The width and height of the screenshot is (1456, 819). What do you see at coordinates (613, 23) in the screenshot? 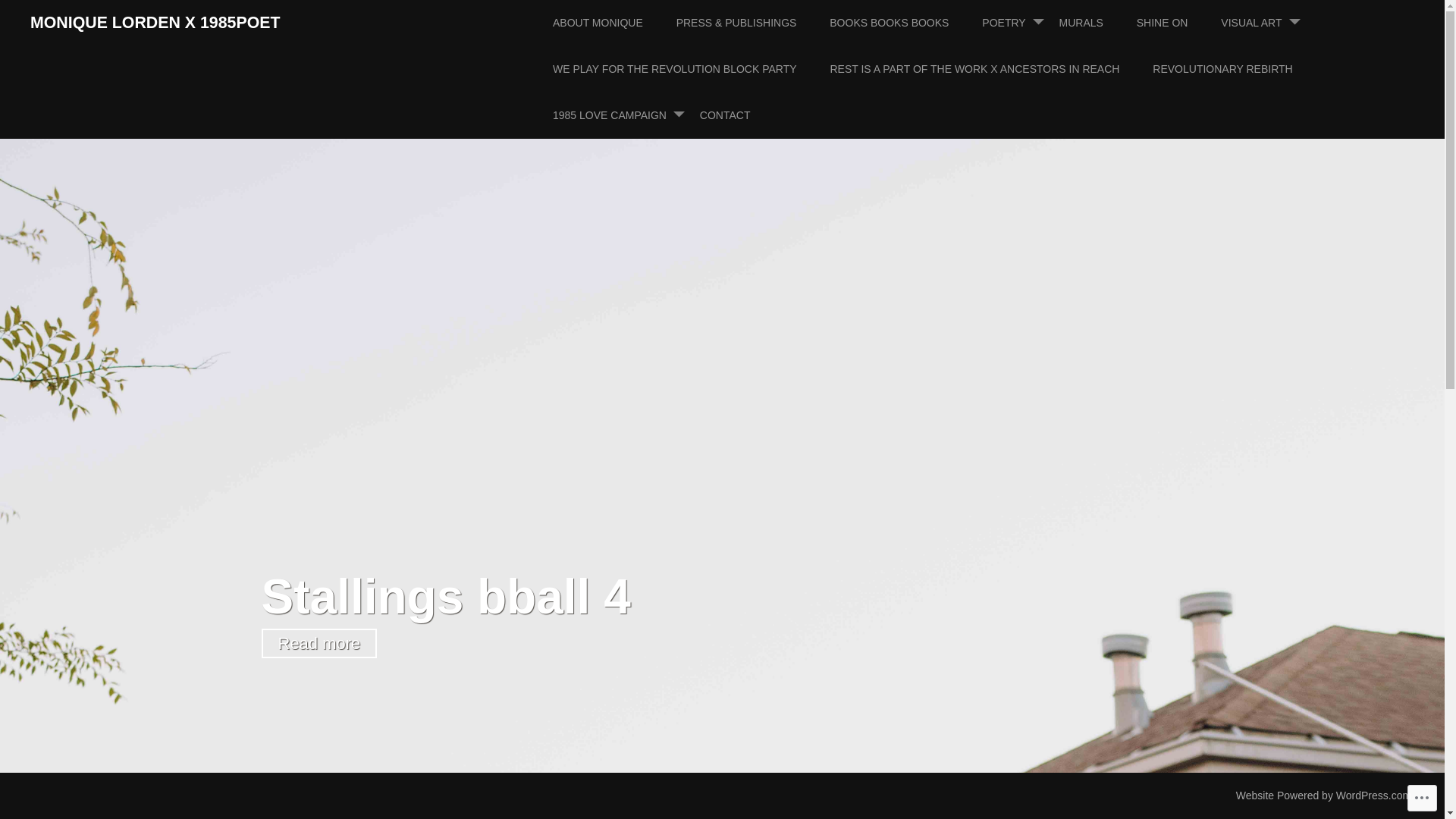
I see `'ABOUT MONIQUE'` at bounding box center [613, 23].